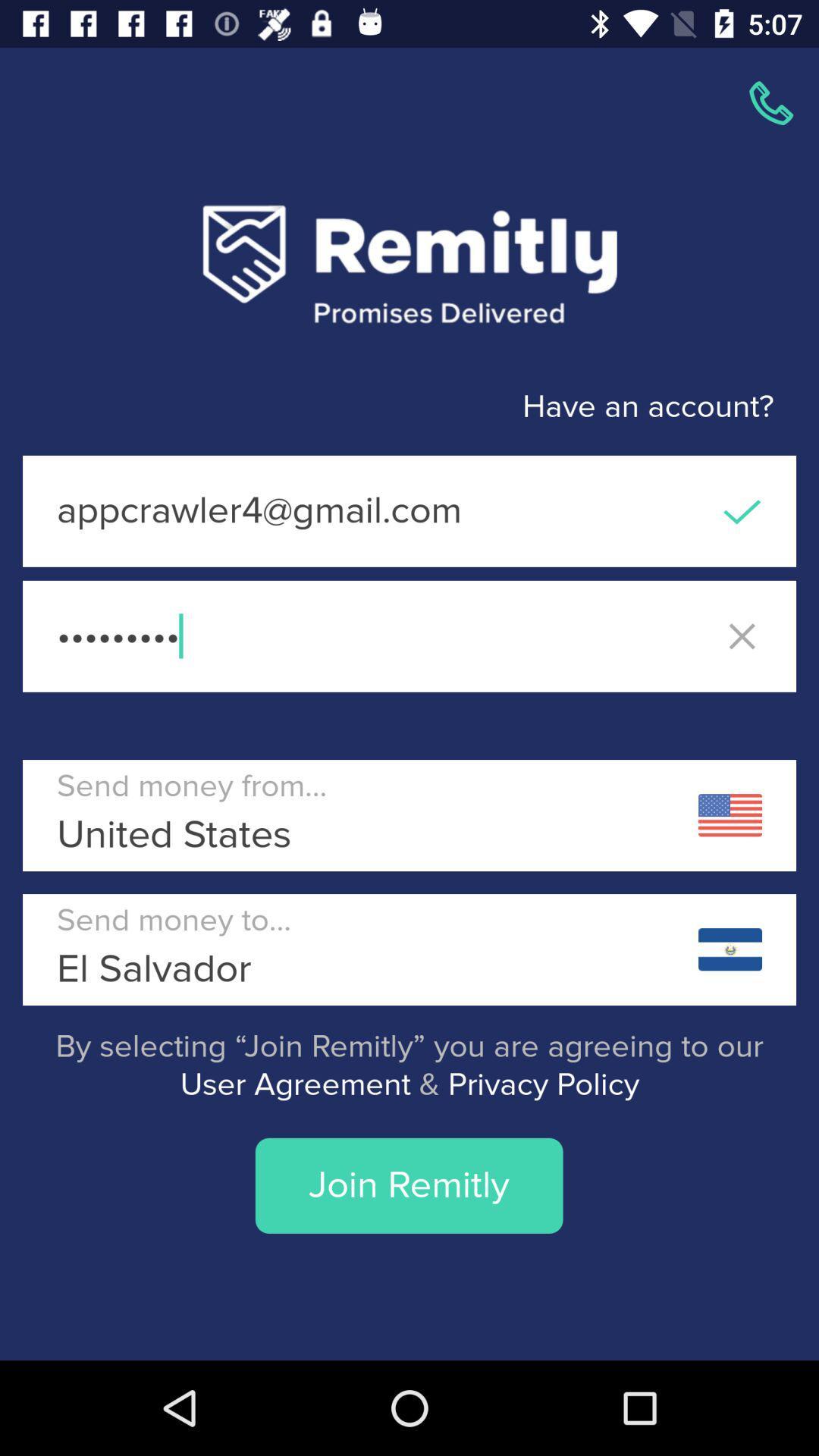  I want to click on item at the top right corner, so click(771, 102).